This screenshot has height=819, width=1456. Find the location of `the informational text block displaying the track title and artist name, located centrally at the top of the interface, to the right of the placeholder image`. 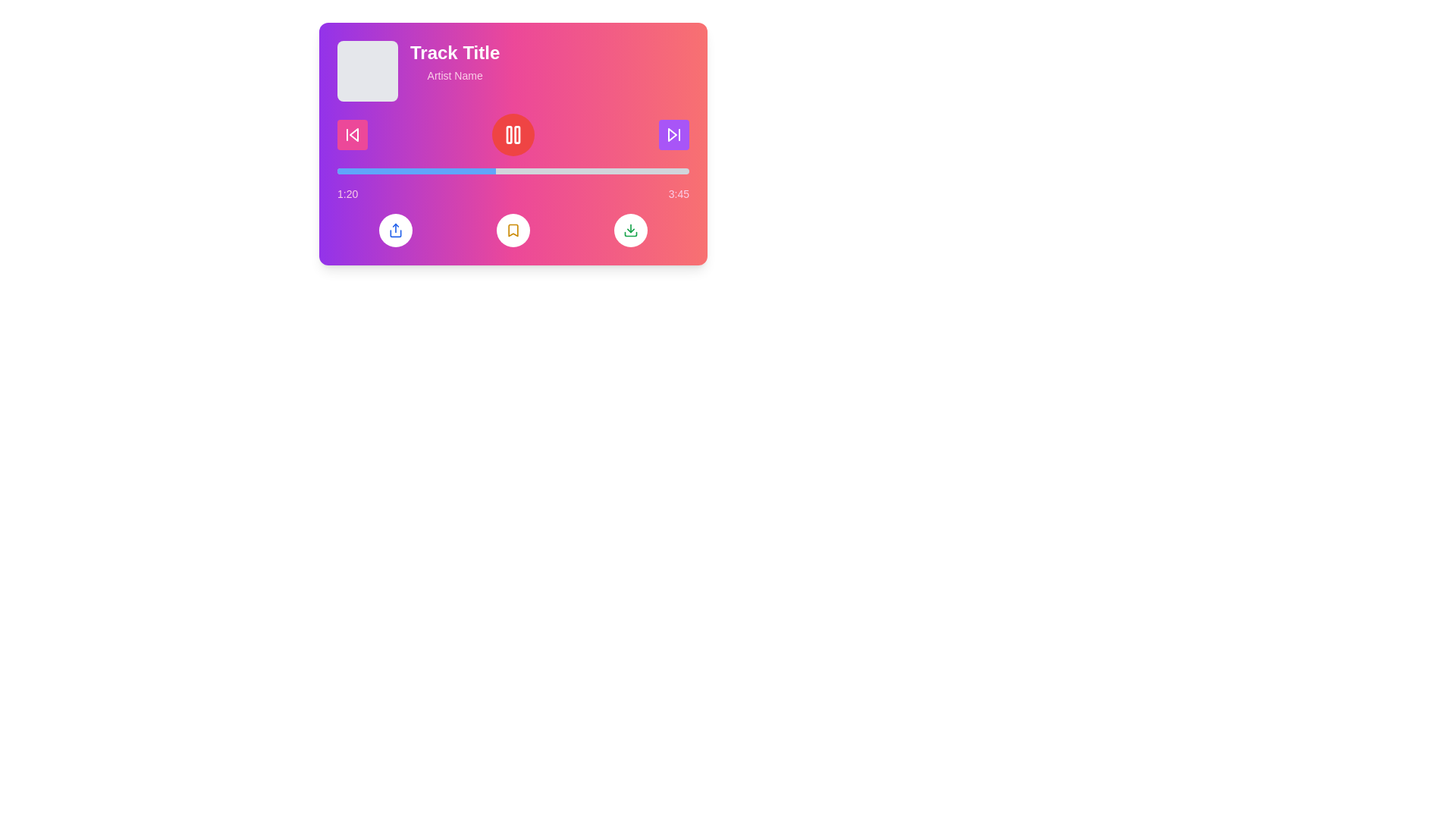

the informational text block displaying the track title and artist name, located centrally at the top of the interface, to the right of the placeholder image is located at coordinates (454, 71).